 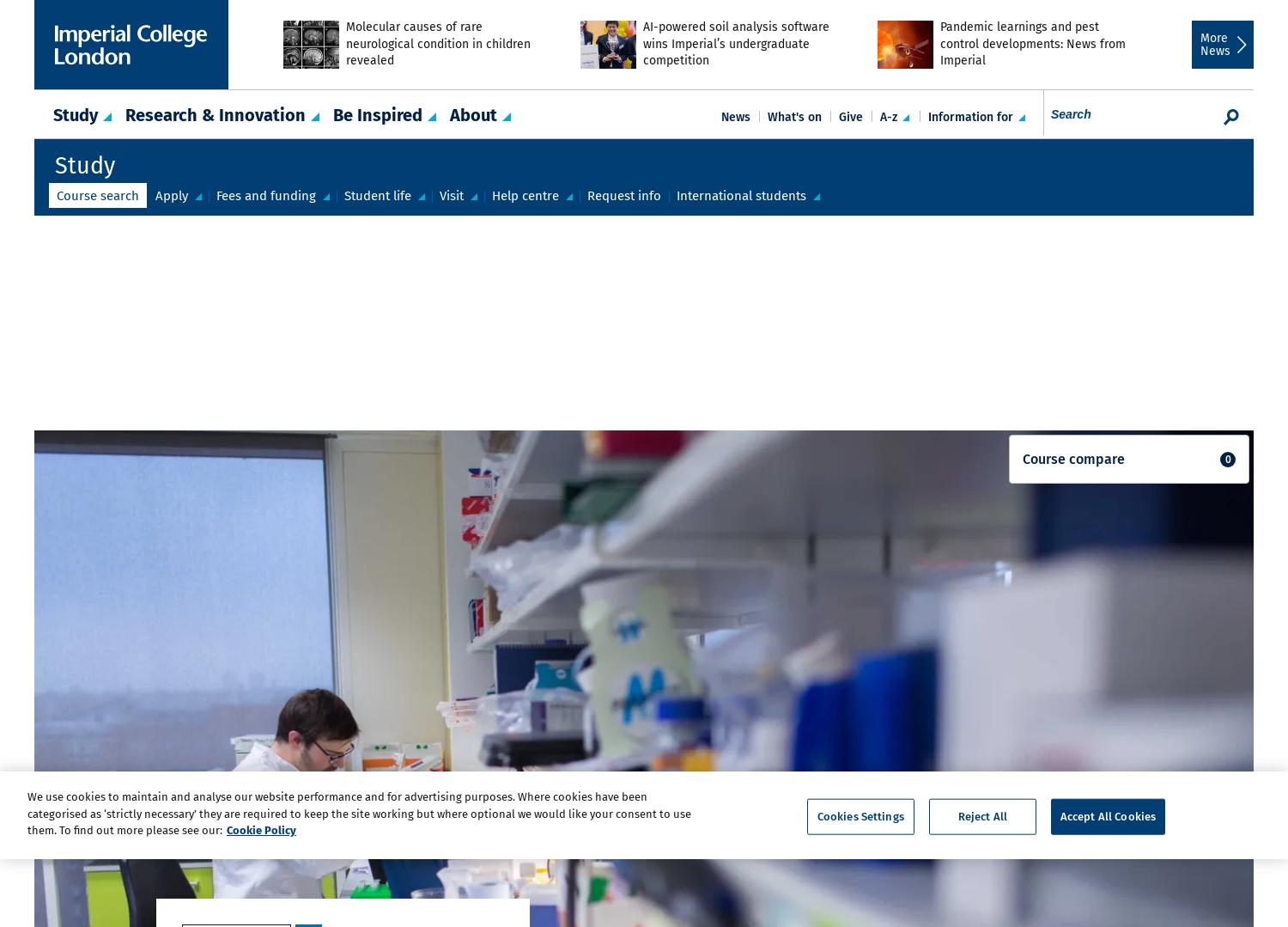 What do you see at coordinates (170, 194) in the screenshot?
I see `'Apply'` at bounding box center [170, 194].